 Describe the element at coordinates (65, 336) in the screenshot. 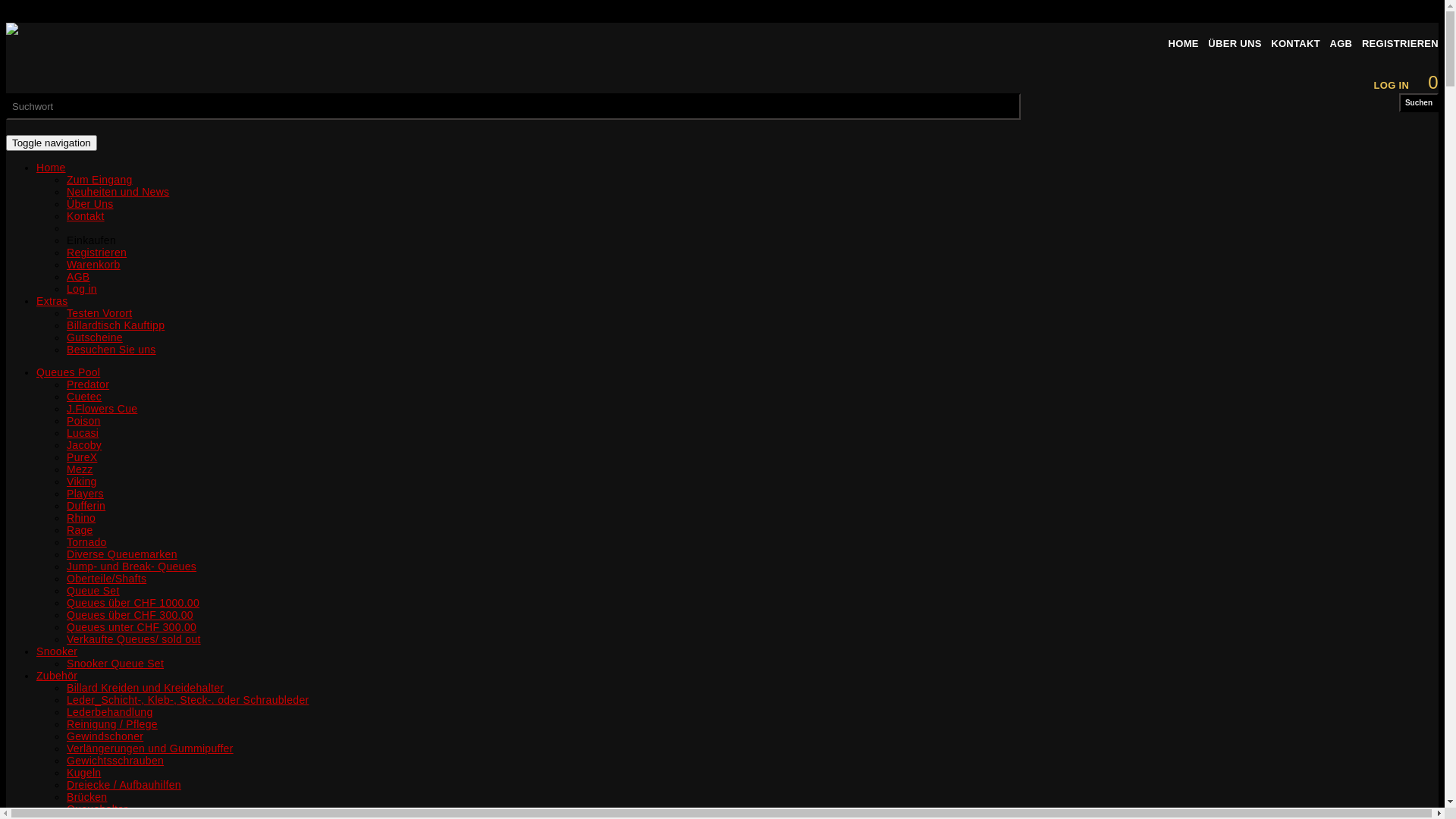

I see `'Gutscheine'` at that location.